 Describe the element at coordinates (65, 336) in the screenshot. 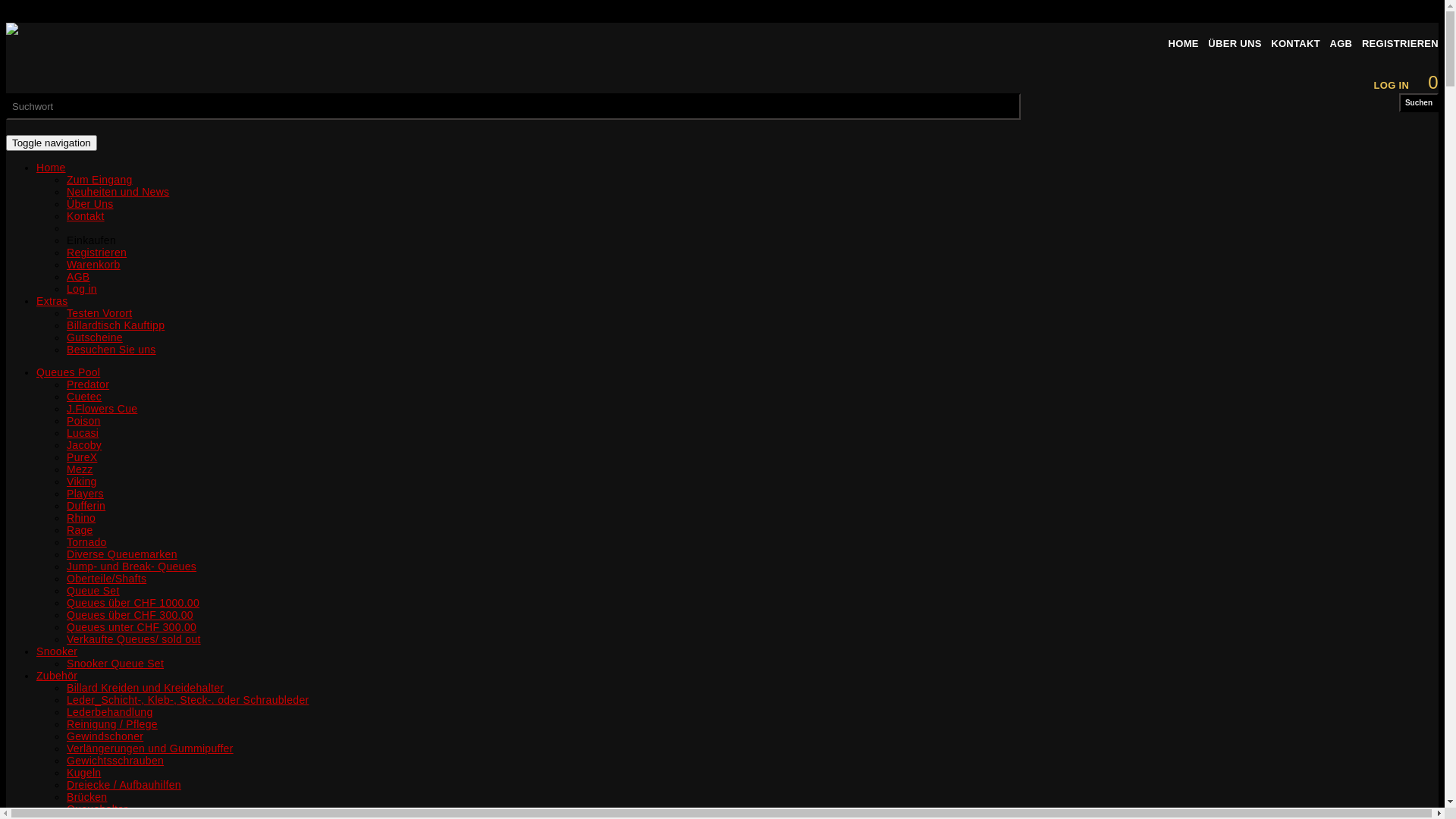

I see `'Gutscheine'` at that location.